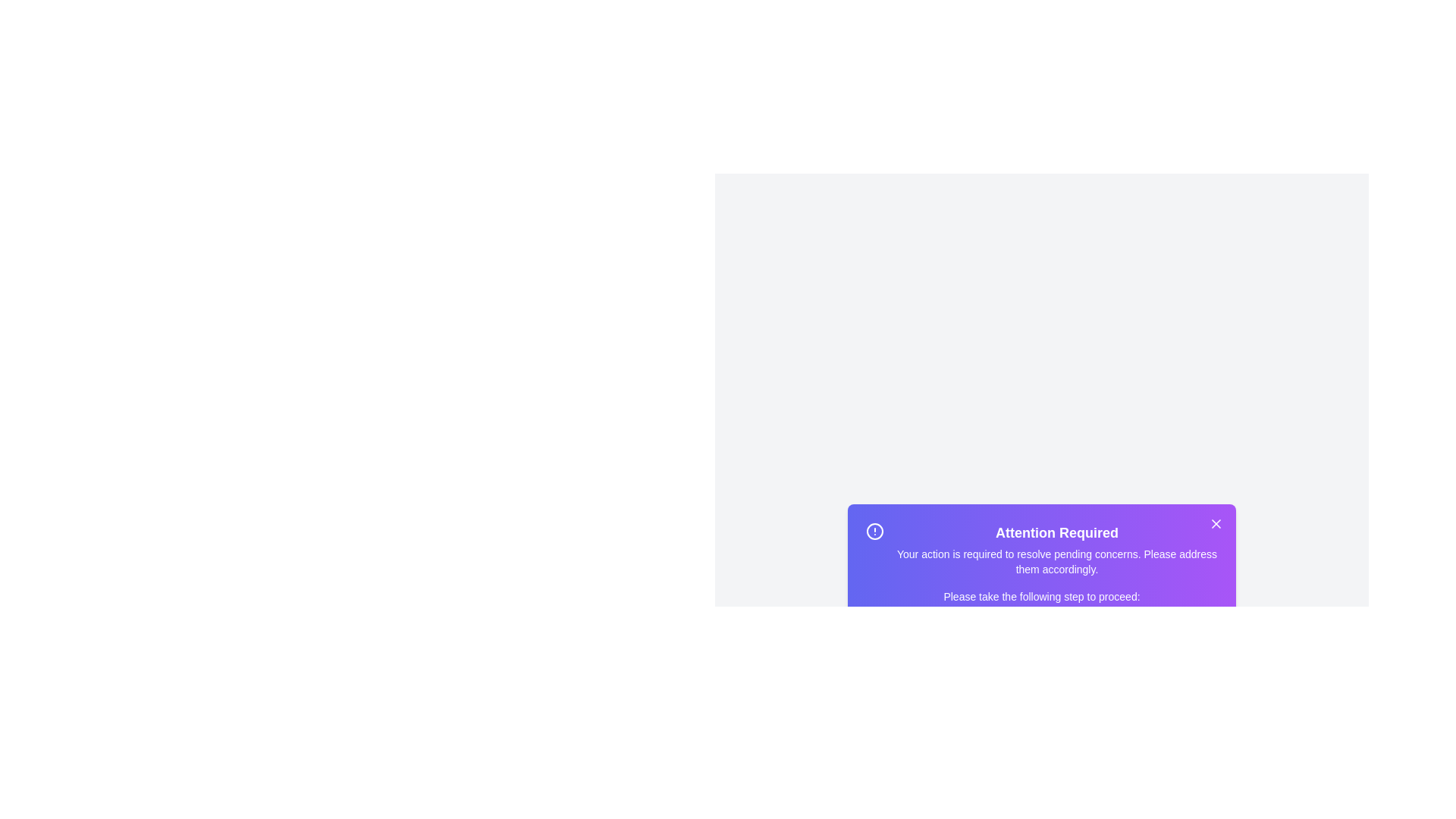  I want to click on text notification content located at the top-center of the notification panel, situated below the exclamation mark icon and above the subsequent instructions, so click(1056, 550).